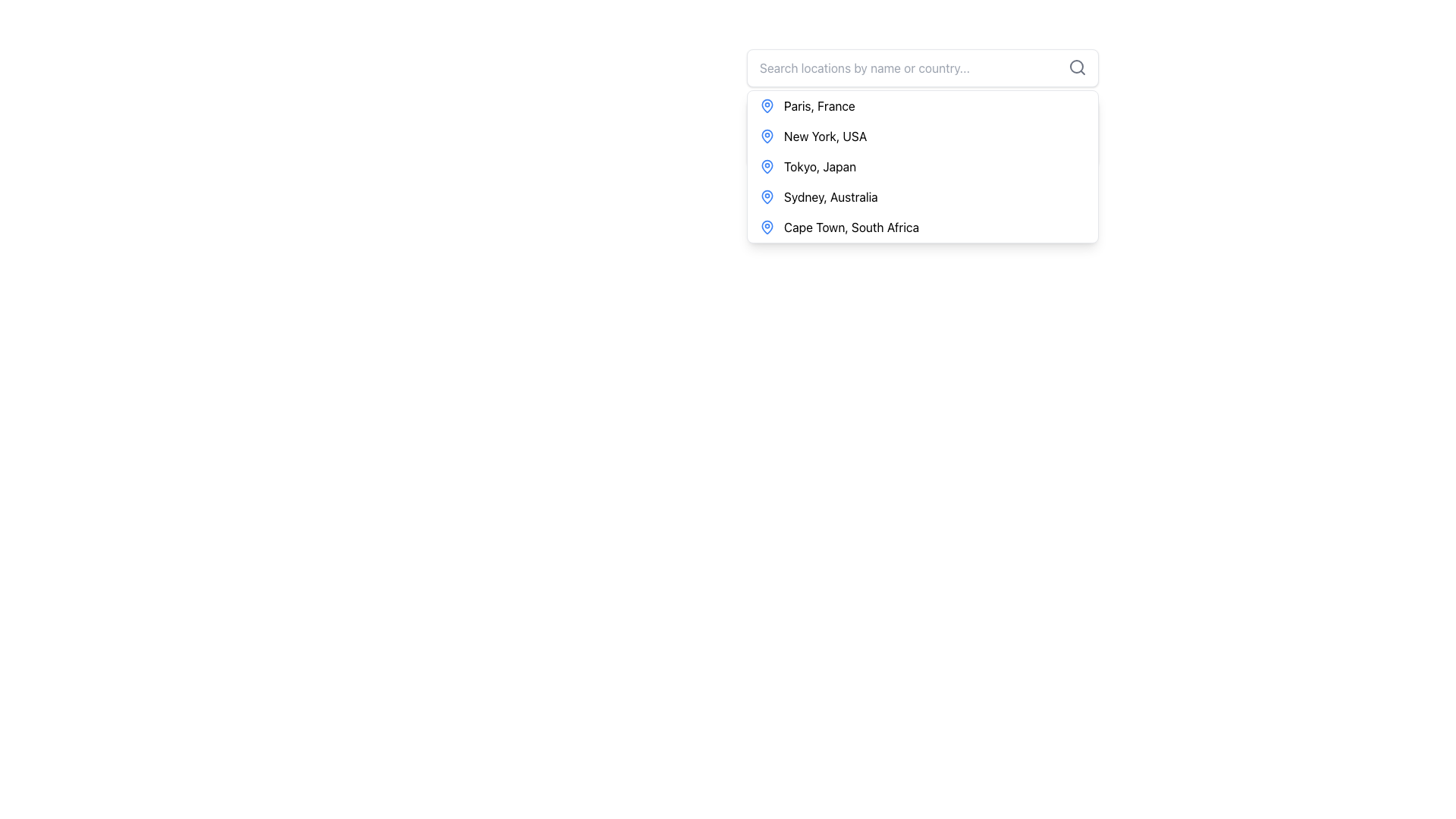  Describe the element at coordinates (767, 227) in the screenshot. I see `the blue outlined map pin icon located to the left of 'Cape Town, South Africa' in the dropdown menu, which is the fifth icon in the vertical list` at that location.